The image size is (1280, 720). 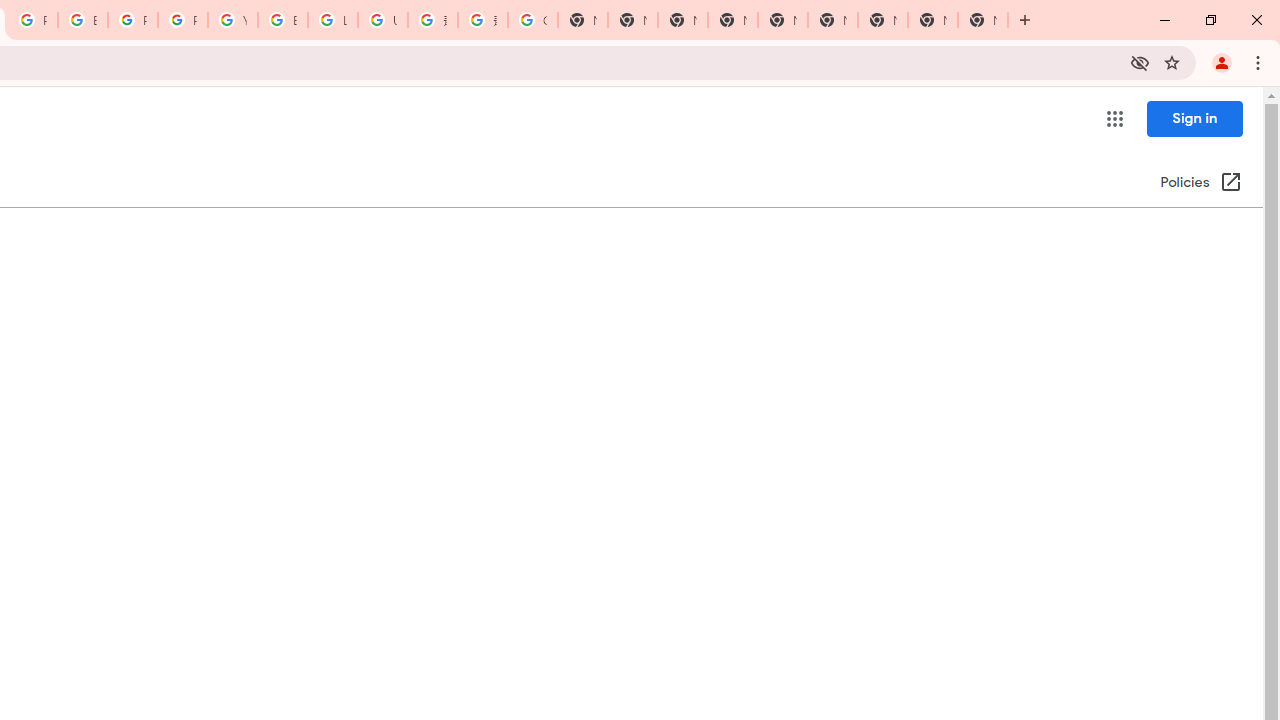 What do you see at coordinates (232, 20) in the screenshot?
I see `'YouTube'` at bounding box center [232, 20].